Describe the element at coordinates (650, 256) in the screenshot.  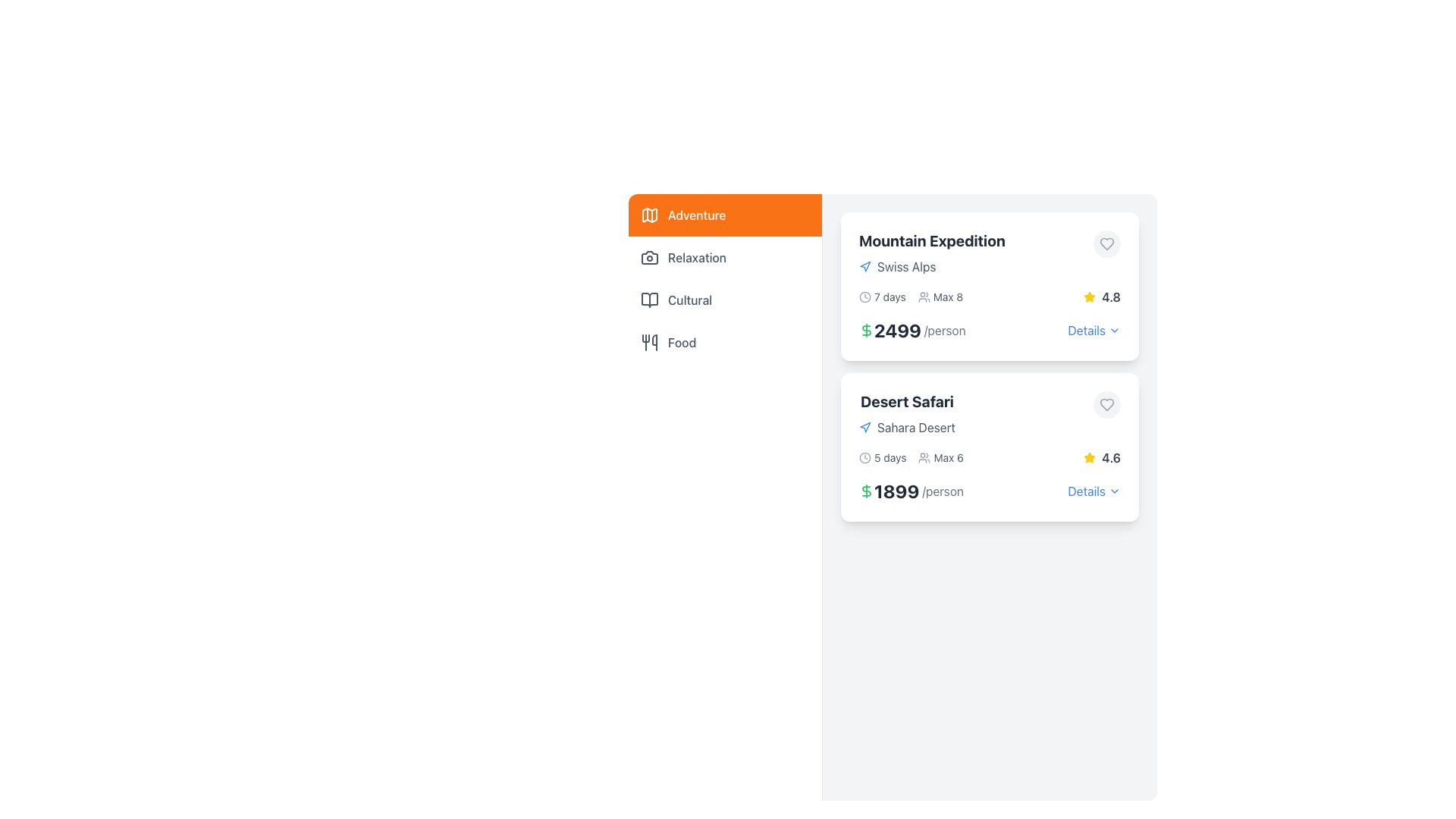
I see `the 'Relaxation' icon in the left-hand navigation menu` at that location.